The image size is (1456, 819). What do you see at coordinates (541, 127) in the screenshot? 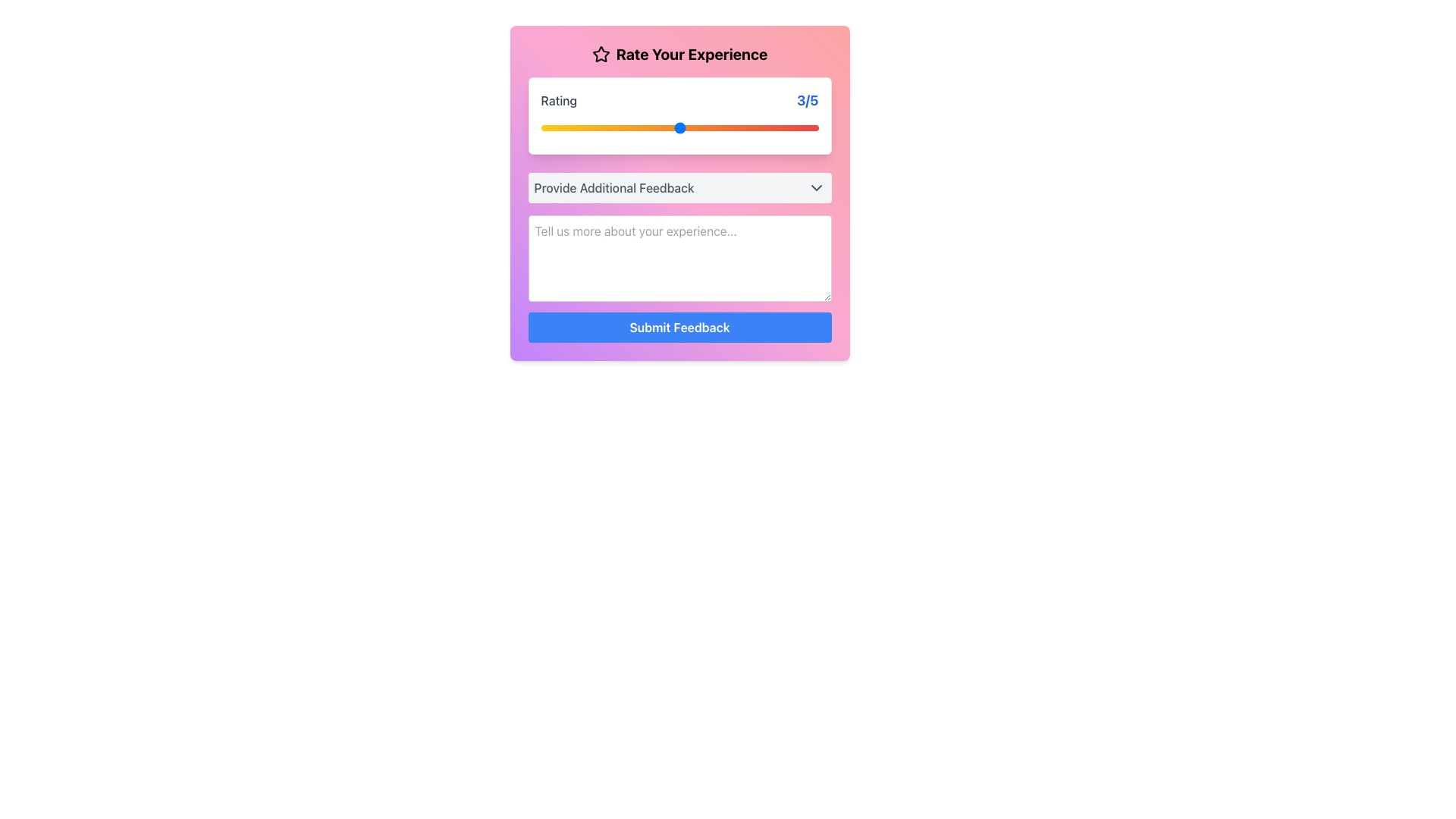
I see `the slider` at bounding box center [541, 127].